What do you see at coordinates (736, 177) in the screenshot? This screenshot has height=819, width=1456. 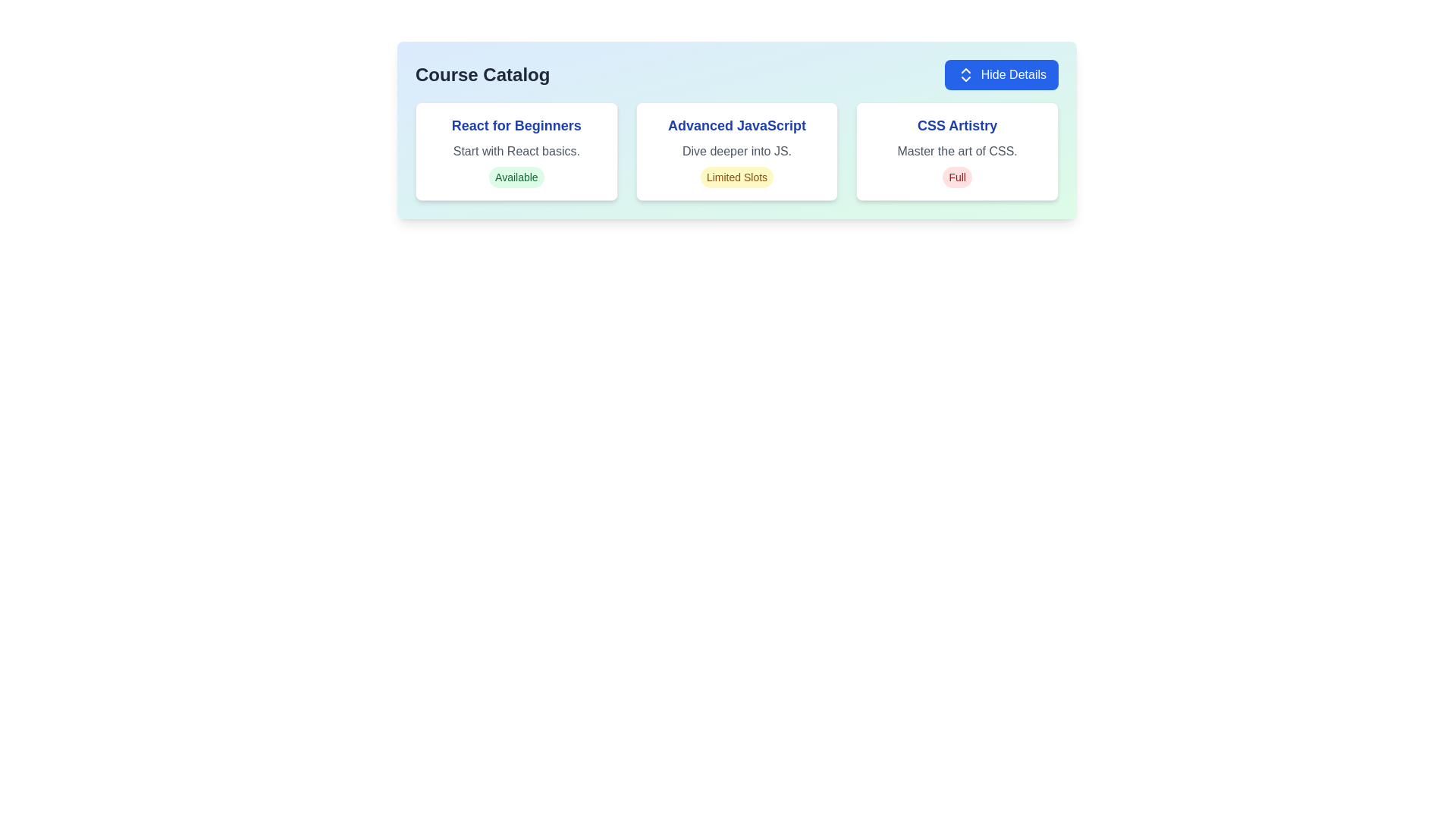 I see `the badge labeled 'Limited Slots' located below the description 'Dive deeper into JS.' in the 'Advanced JavaScript' card` at bounding box center [736, 177].